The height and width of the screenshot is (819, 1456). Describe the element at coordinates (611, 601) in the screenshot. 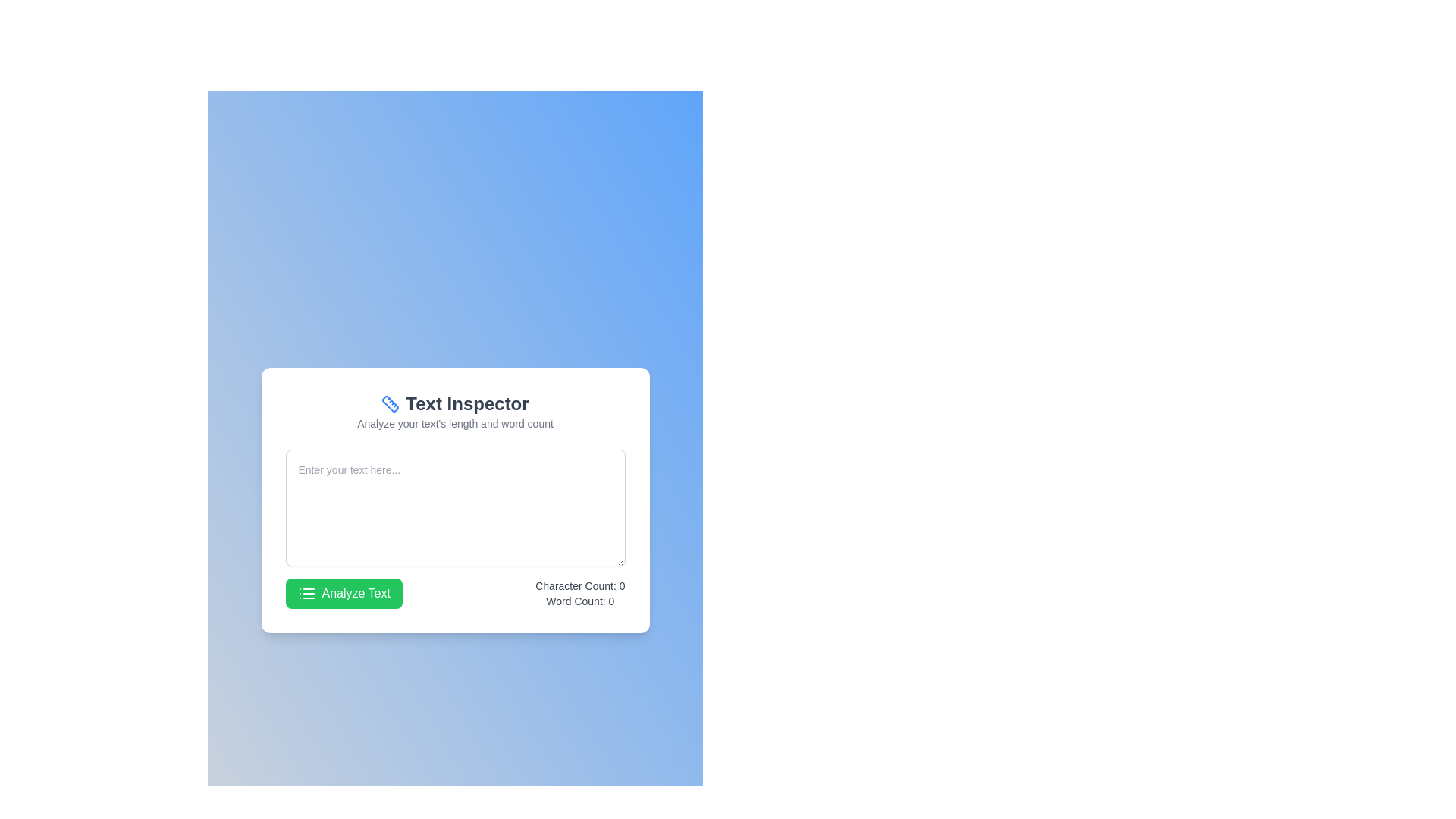

I see `the 'Word Count' label that dynamically displays the current word count, located in the bottom-right corner of the card` at that location.